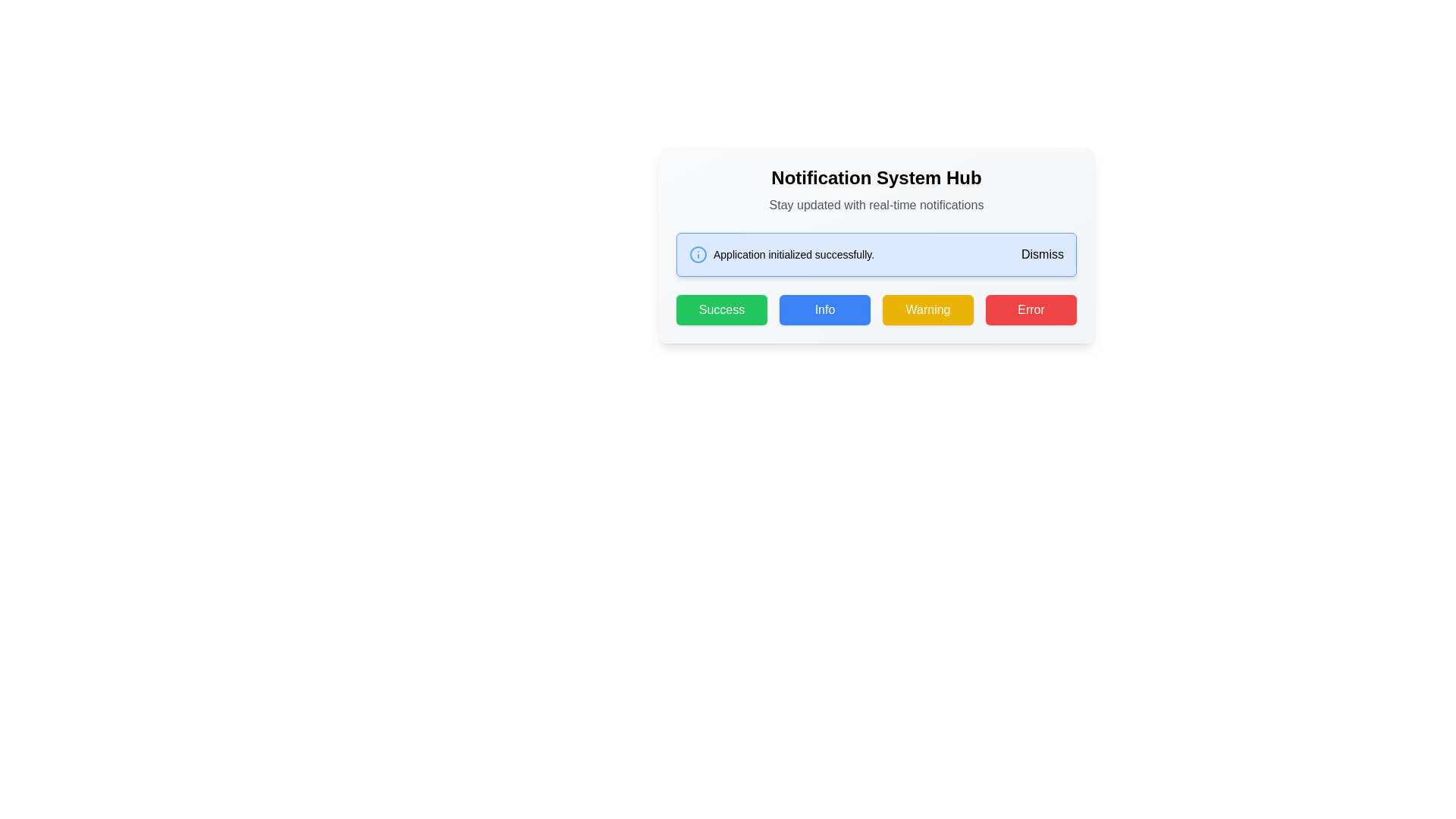 The width and height of the screenshot is (1456, 819). I want to click on the red rectangular button labeled 'Error' with white text, which is the fourth button in a row of four buttons aligned to the right, so click(1031, 309).